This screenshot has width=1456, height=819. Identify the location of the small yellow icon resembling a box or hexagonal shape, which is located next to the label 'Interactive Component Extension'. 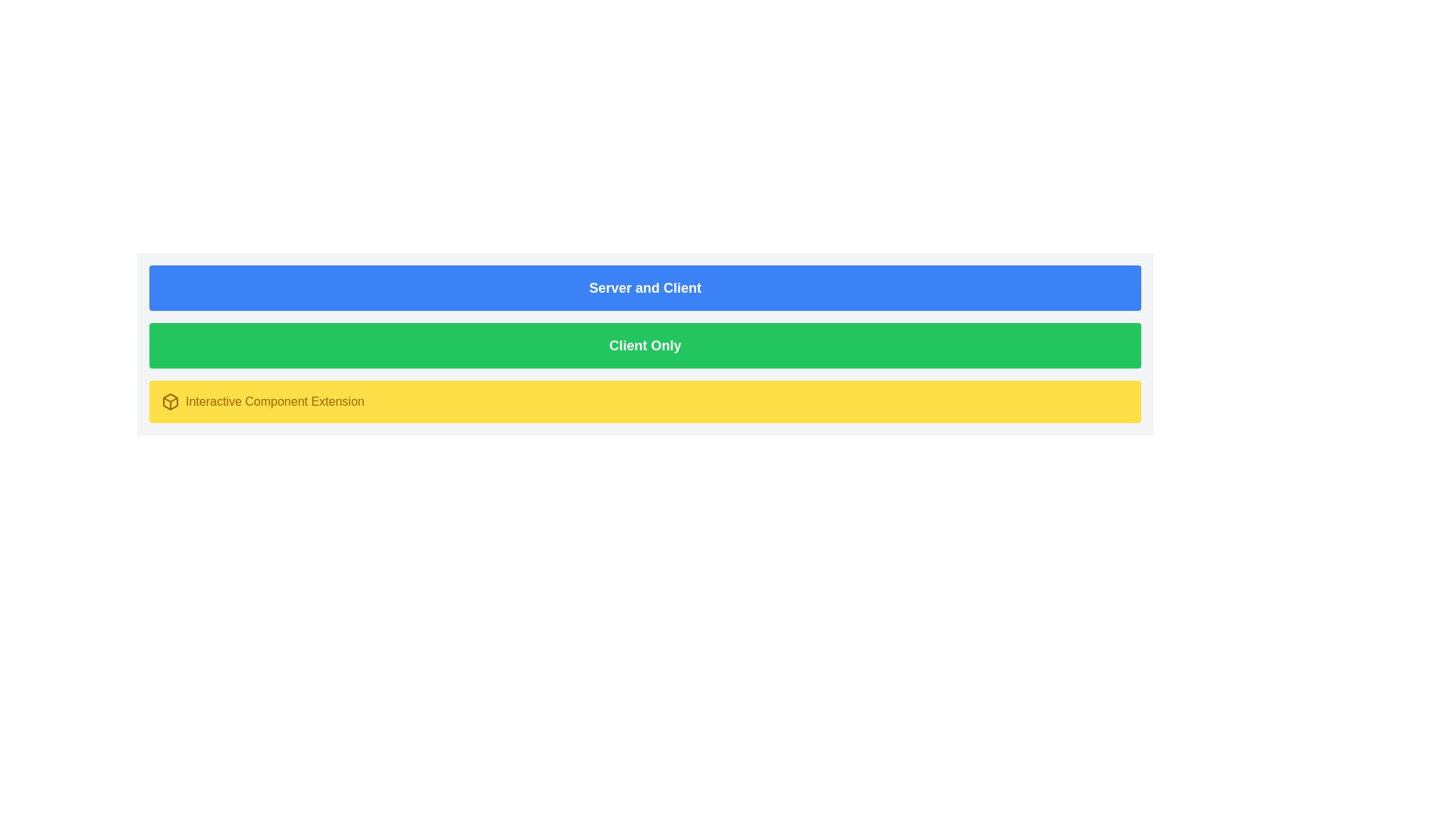
(171, 400).